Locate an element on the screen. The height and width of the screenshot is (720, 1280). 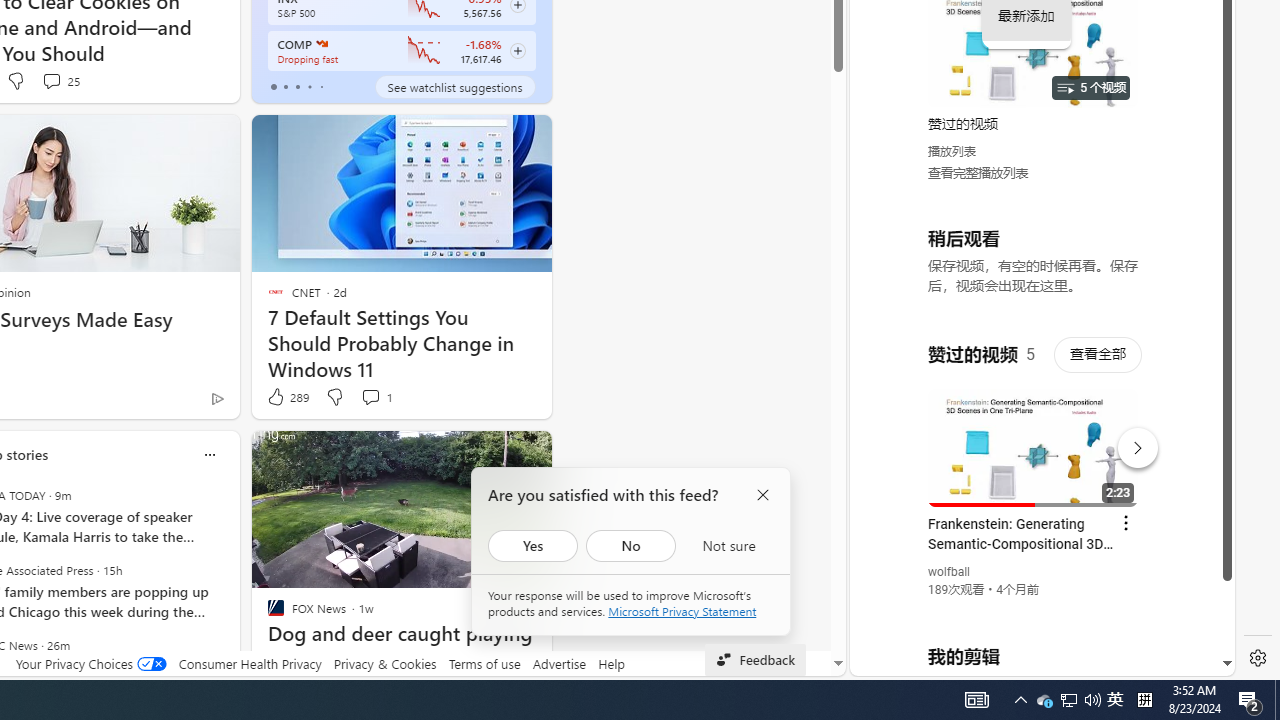
'tab-0' is located at coordinates (272, 86).